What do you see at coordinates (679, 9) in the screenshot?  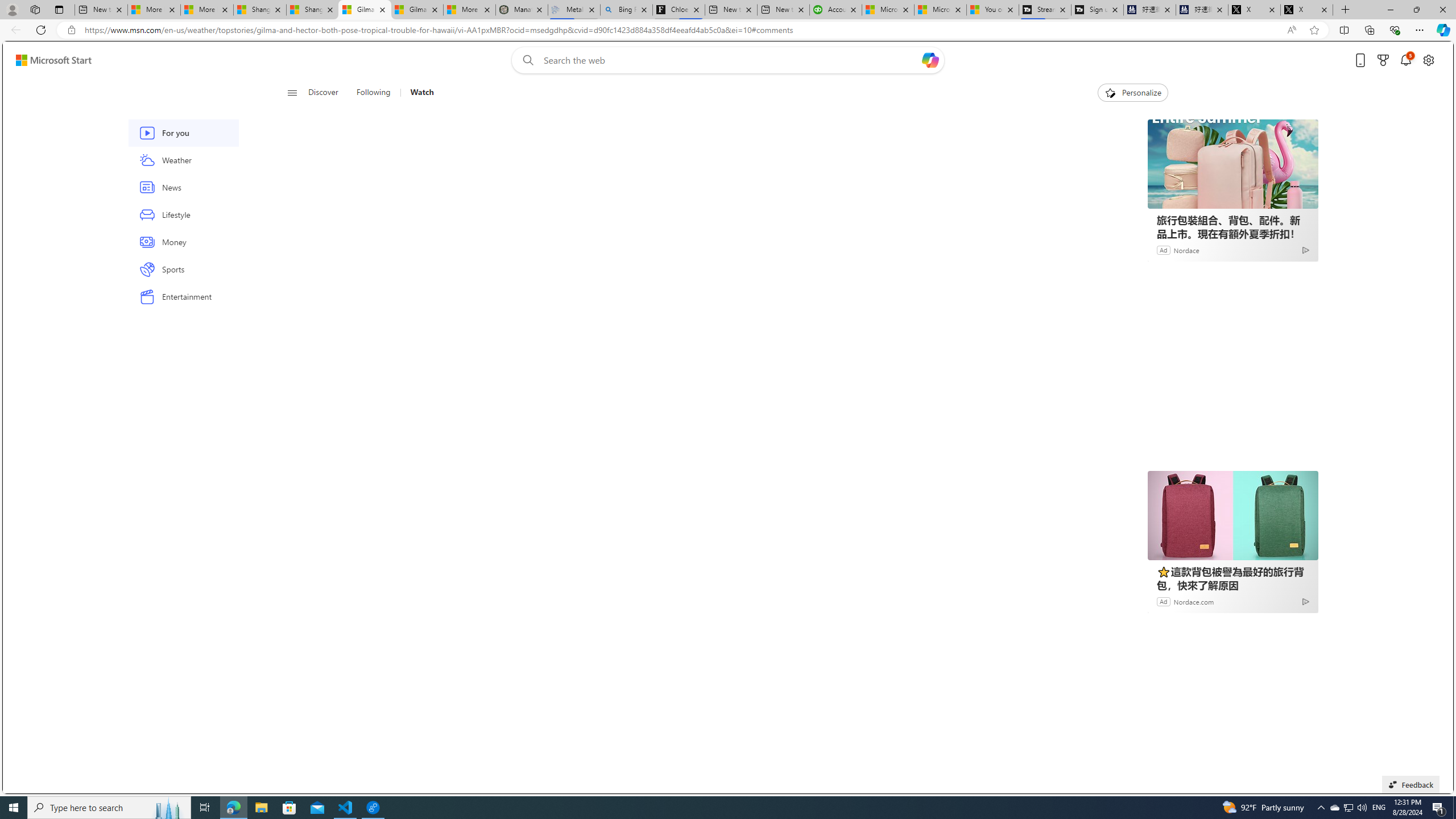 I see `'Chloe Sorvino'` at bounding box center [679, 9].